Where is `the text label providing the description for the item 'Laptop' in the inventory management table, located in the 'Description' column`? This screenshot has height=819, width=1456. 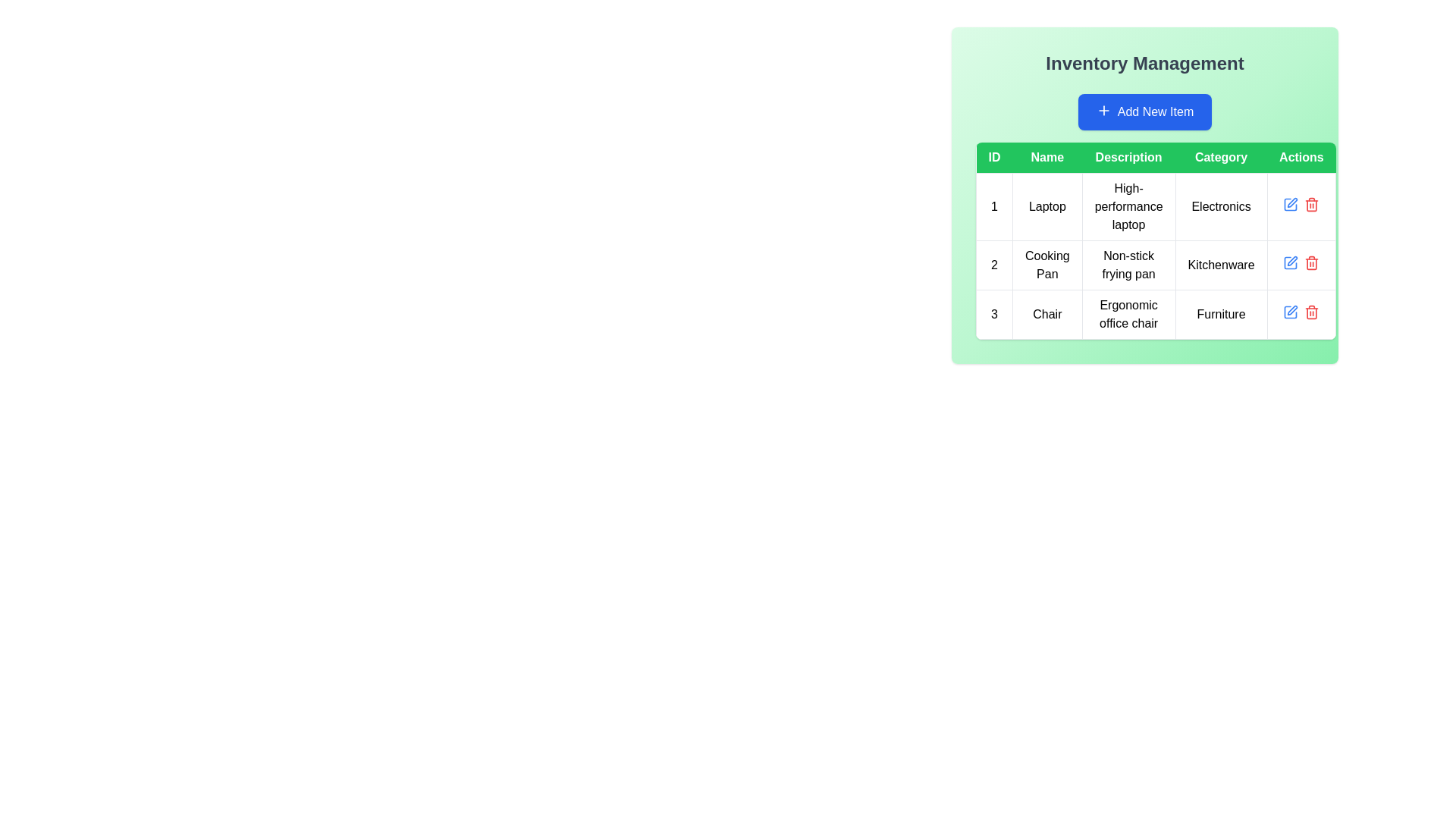 the text label providing the description for the item 'Laptop' in the inventory management table, located in the 'Description' column is located at coordinates (1128, 207).